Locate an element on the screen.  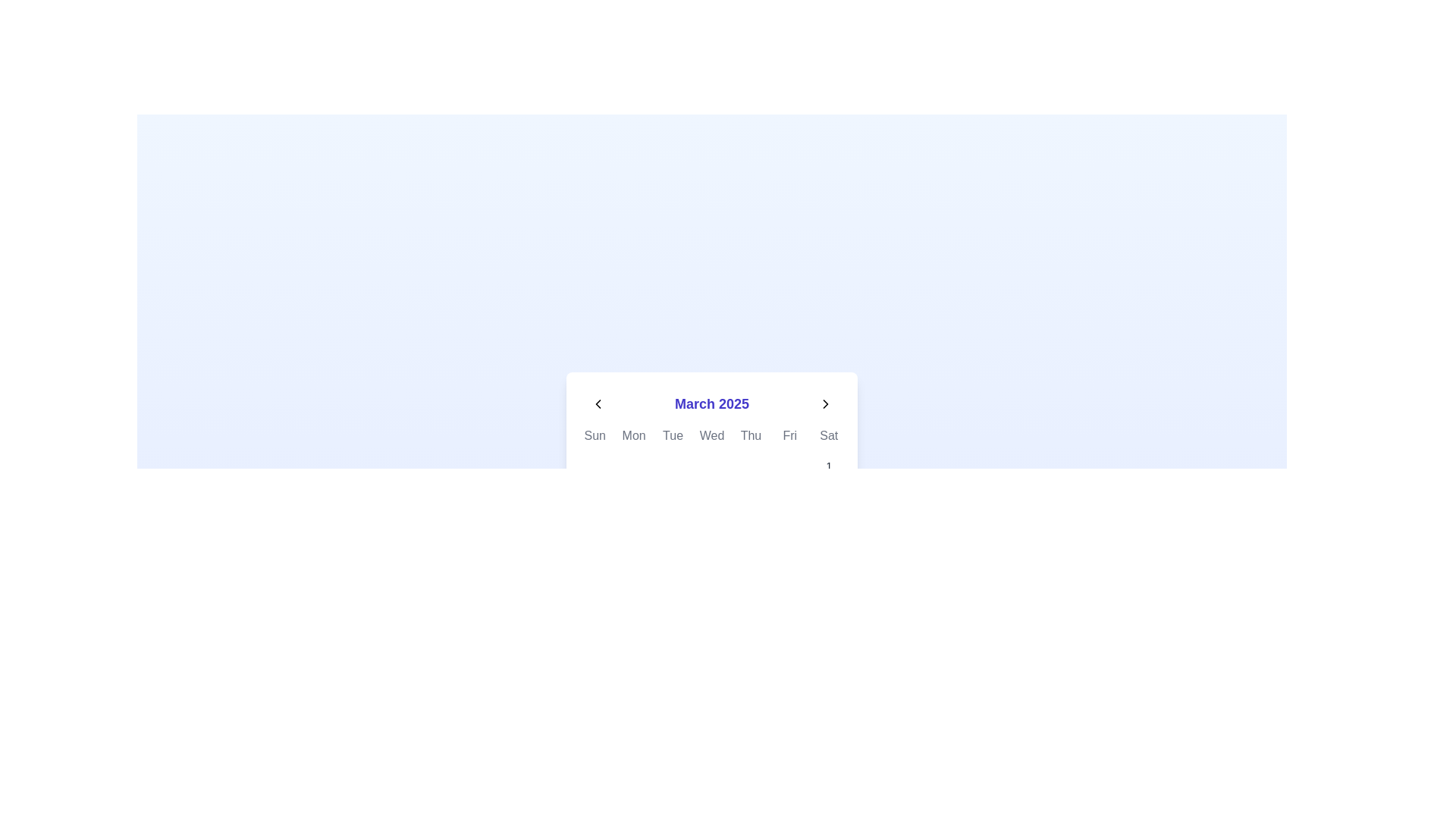
the button representing the first day of the month in the calendar view, located under the 'Sat' column header is located at coordinates (828, 465).